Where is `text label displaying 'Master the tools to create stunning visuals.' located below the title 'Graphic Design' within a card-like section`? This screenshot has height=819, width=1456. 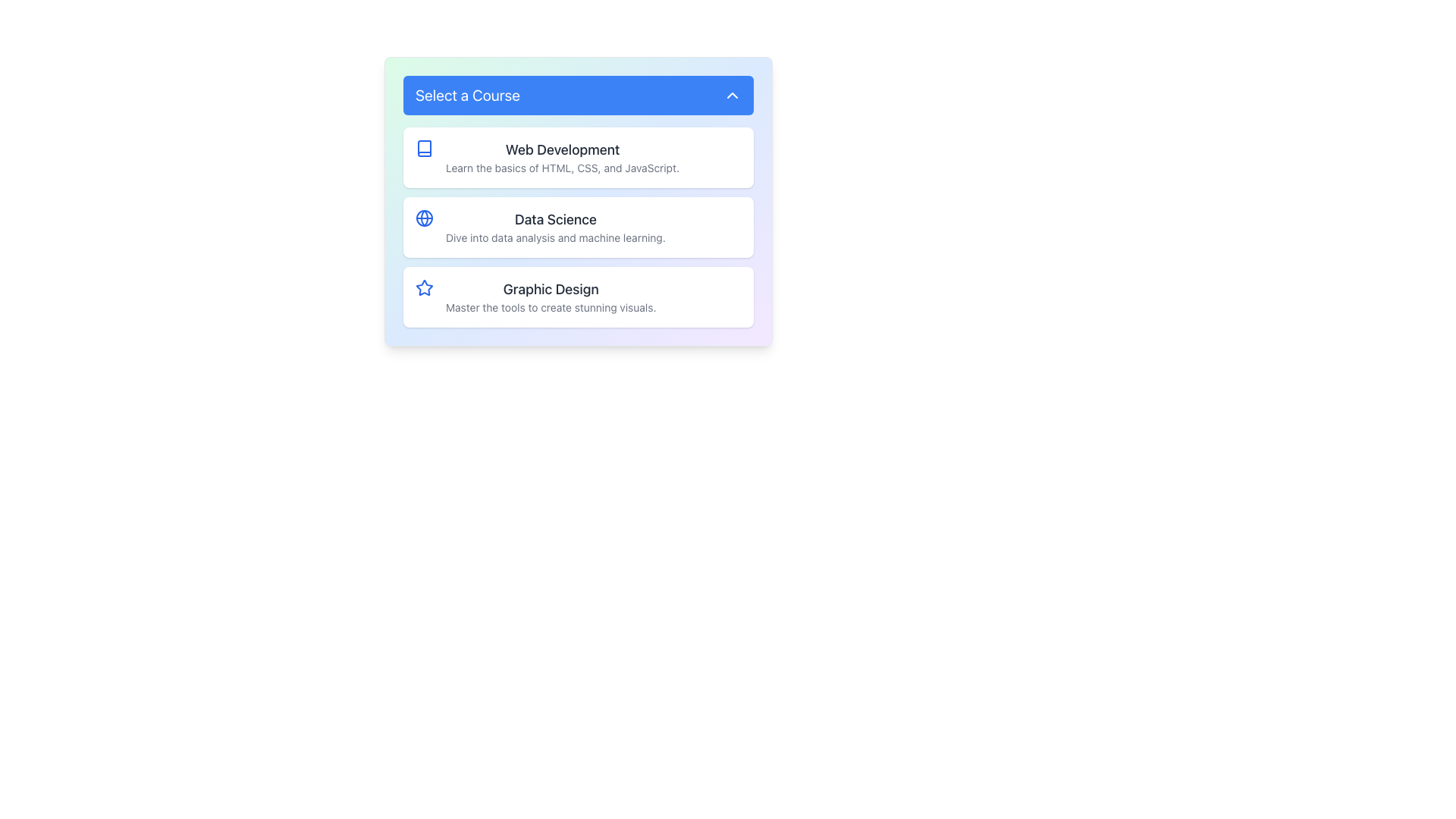
text label displaying 'Master the tools to create stunning visuals.' located below the title 'Graphic Design' within a card-like section is located at coordinates (550, 307).